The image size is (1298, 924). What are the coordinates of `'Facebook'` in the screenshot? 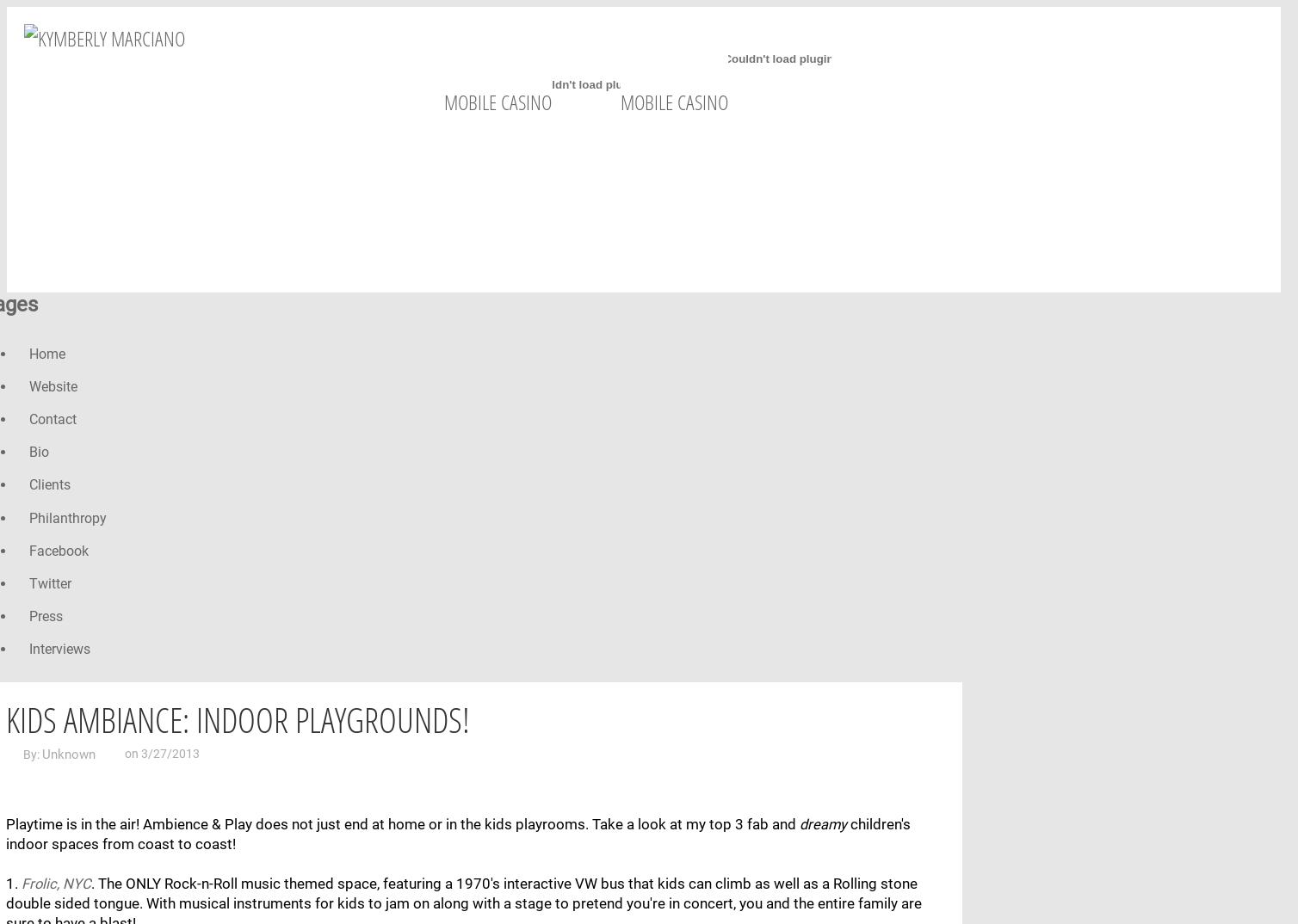 It's located at (59, 550).